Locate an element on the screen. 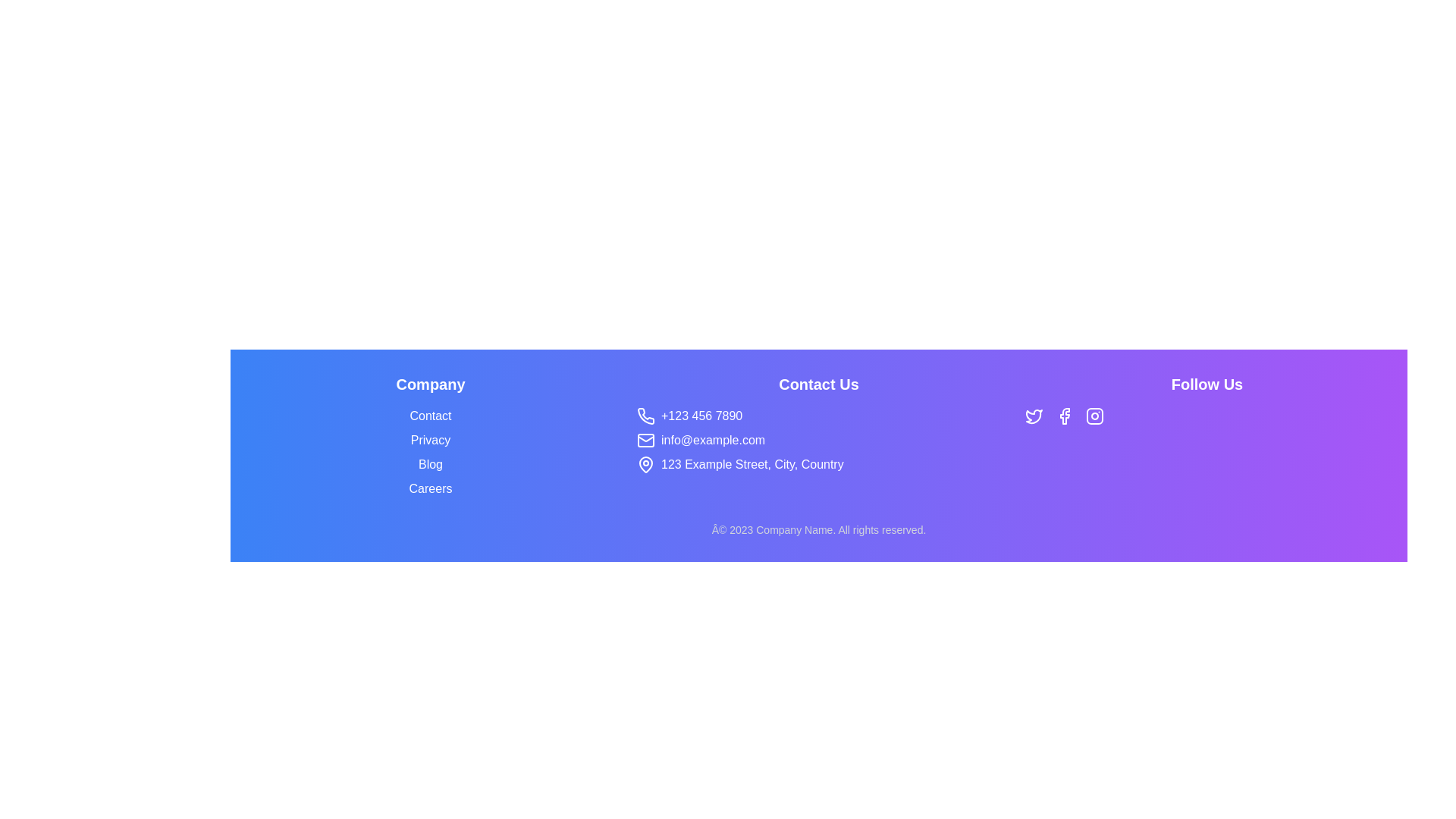 This screenshot has width=1456, height=819. the 'Privacy' hyperlink located in the left section of the footer is located at coordinates (429, 440).